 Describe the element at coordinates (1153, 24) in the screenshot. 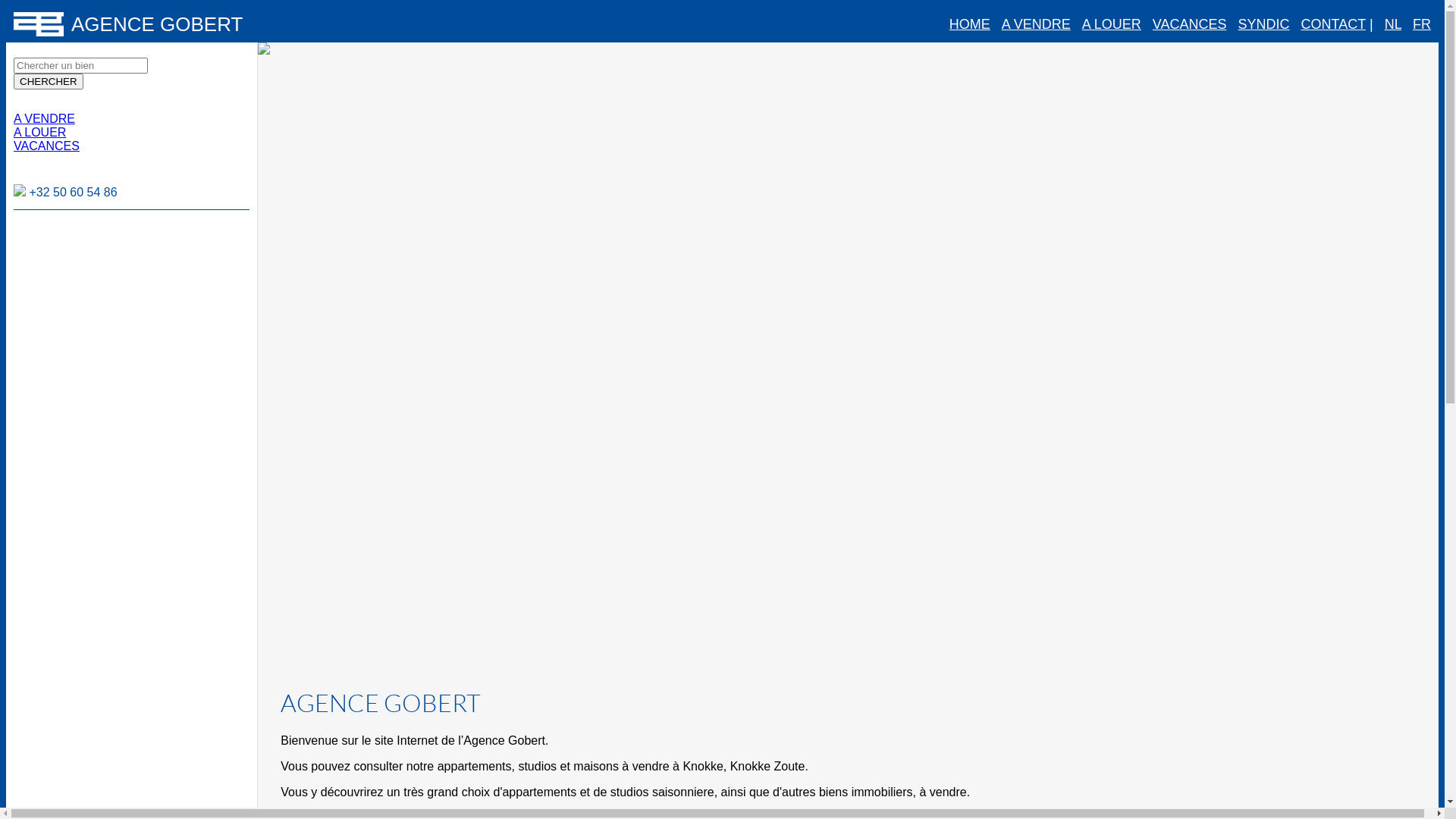

I see `'VACANCES'` at that location.